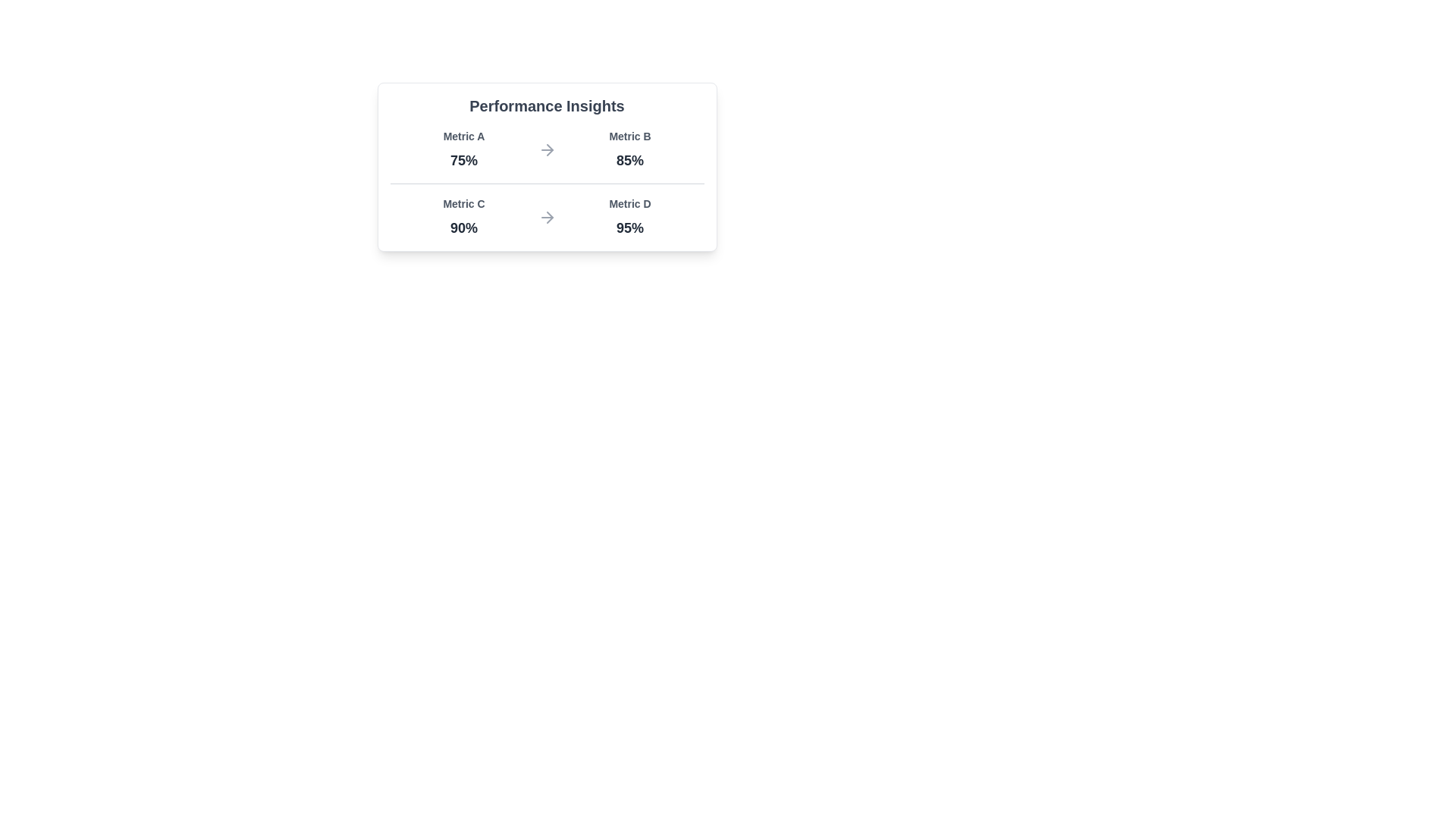 The height and width of the screenshot is (819, 1456). I want to click on the performance metric display titled 'Metric D' with a value of 95% for additional interaction, so click(629, 217).